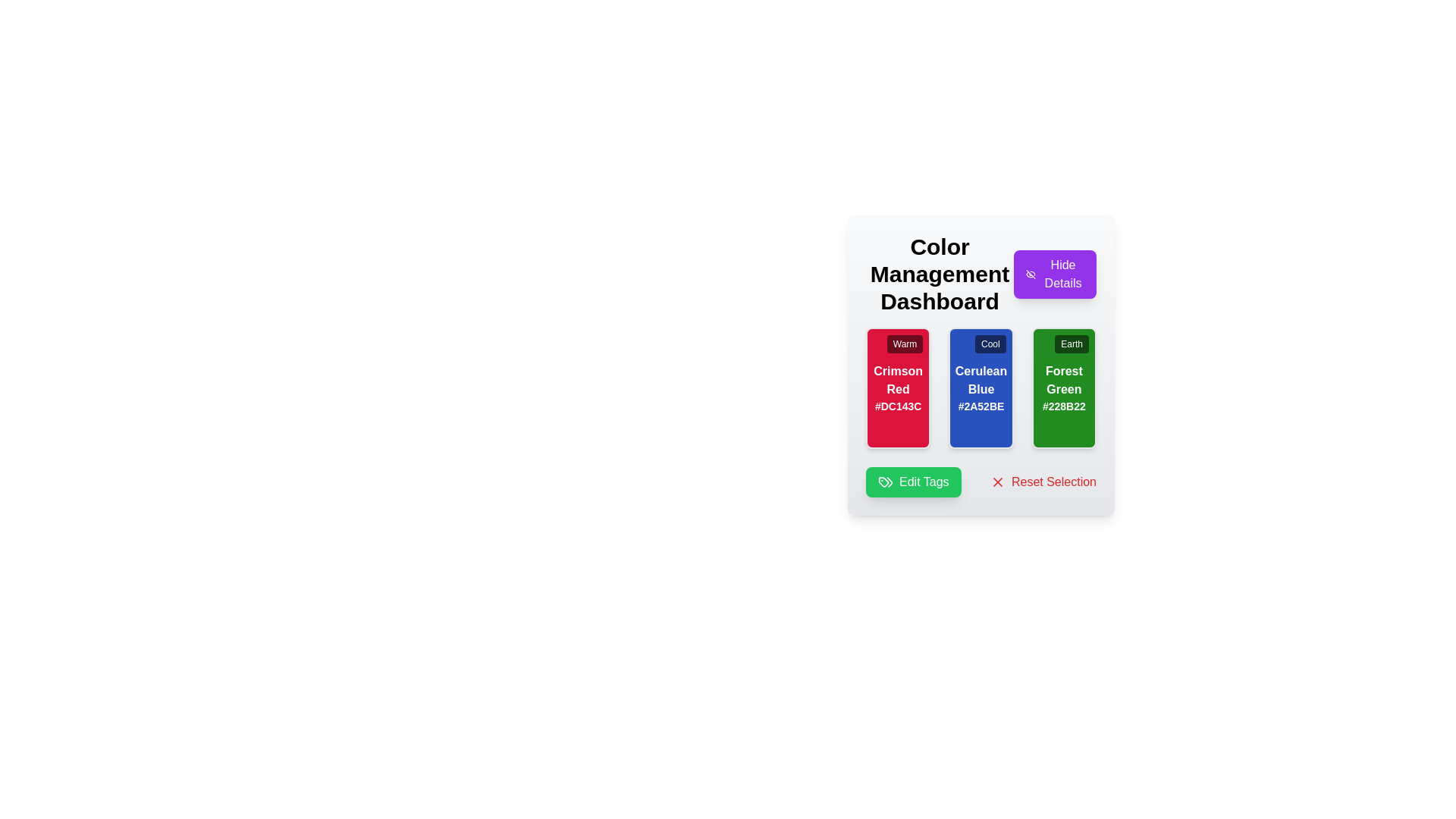  What do you see at coordinates (981, 388) in the screenshot?
I see `information displayed on the color cards in the rectangular grid layout, which includes 'Warm - Crimson Red - #DC143C', 'Cool - Cerulean Blue - #2A52BE', and 'Earth - Forest Green - #228B22'` at bounding box center [981, 388].